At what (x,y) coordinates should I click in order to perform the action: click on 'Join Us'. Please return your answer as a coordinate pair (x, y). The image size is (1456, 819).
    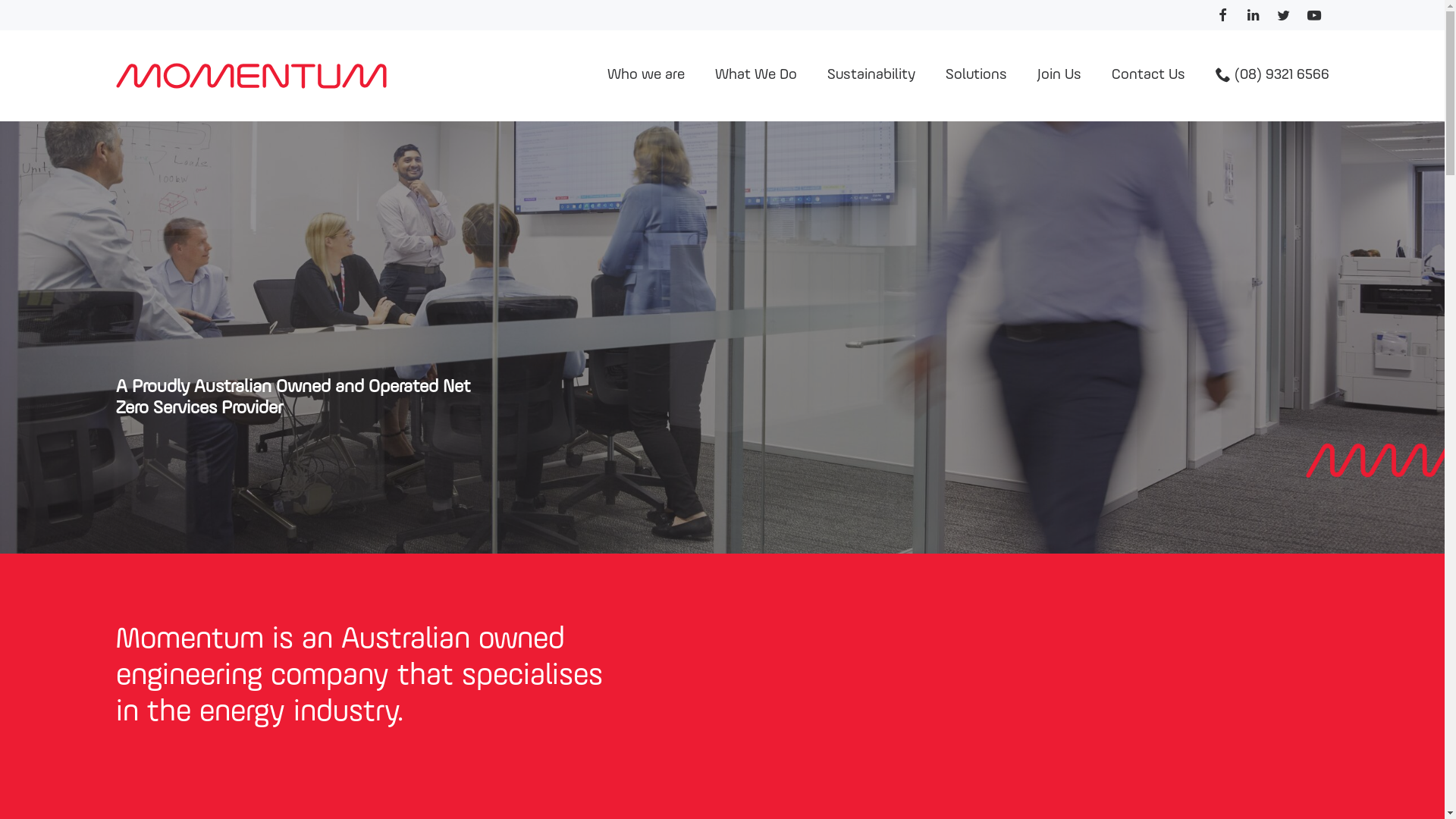
    Looking at the image, I should click on (1058, 76).